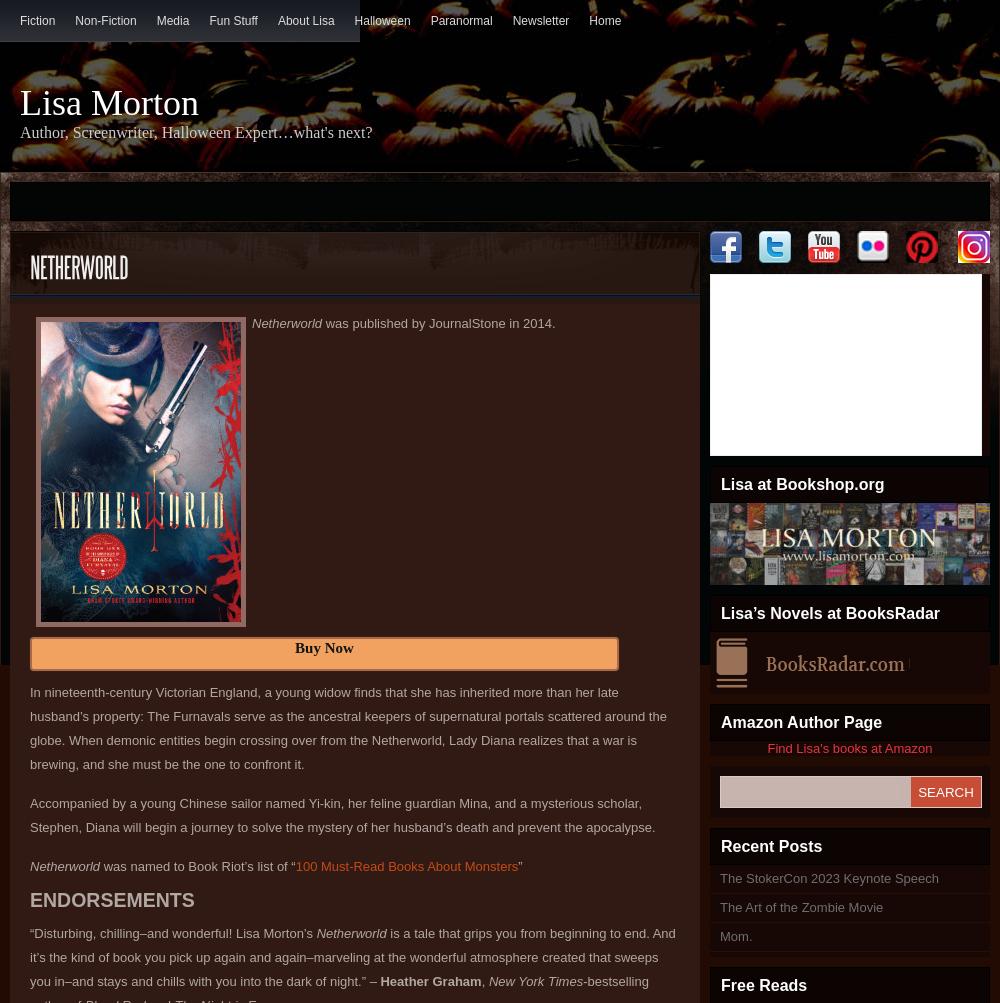 This screenshot has width=1000, height=1003. I want to click on 'Fun Stuff', so click(232, 20).